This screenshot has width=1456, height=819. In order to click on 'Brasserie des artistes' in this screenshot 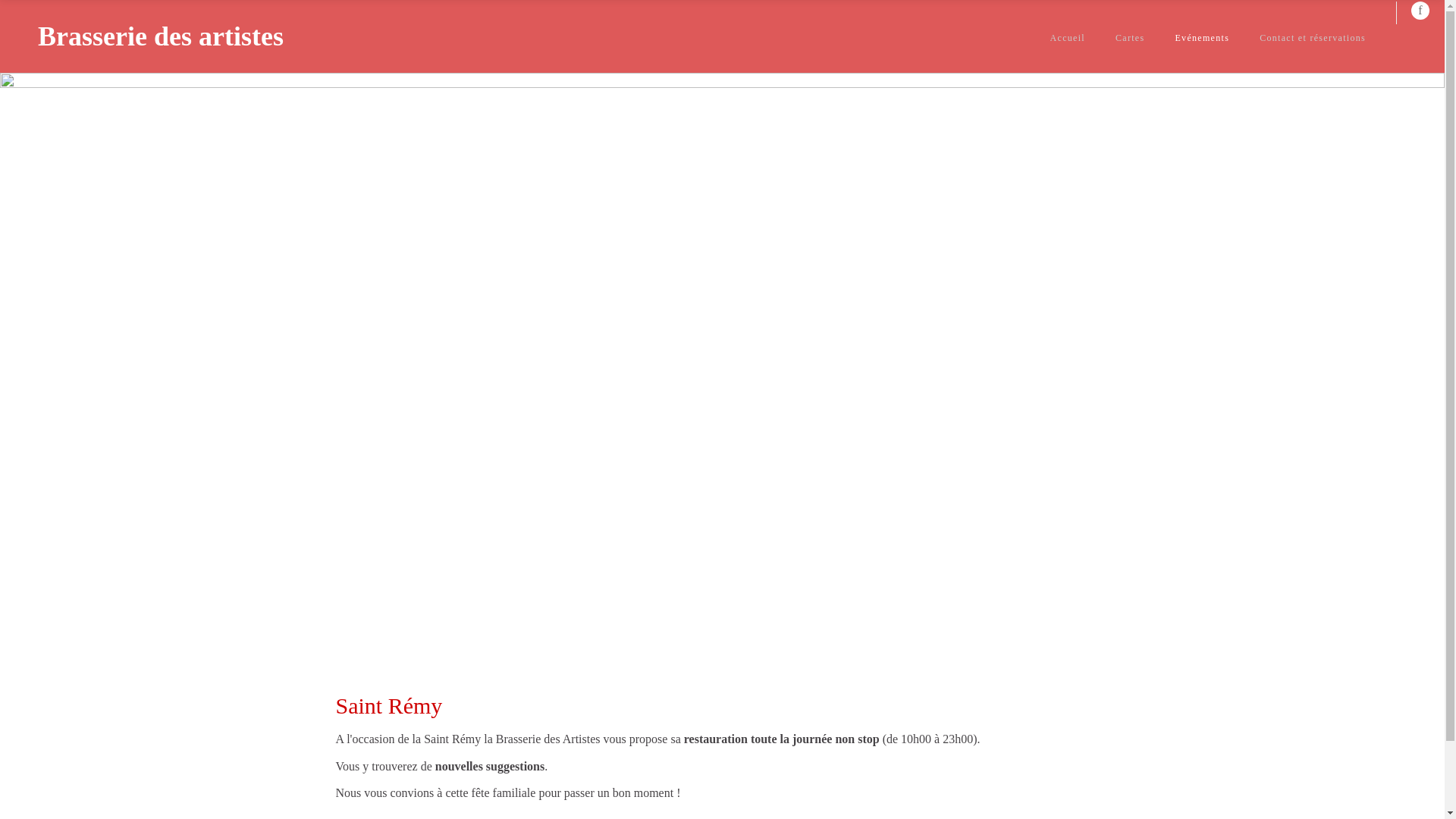, I will do `click(160, 35)`.